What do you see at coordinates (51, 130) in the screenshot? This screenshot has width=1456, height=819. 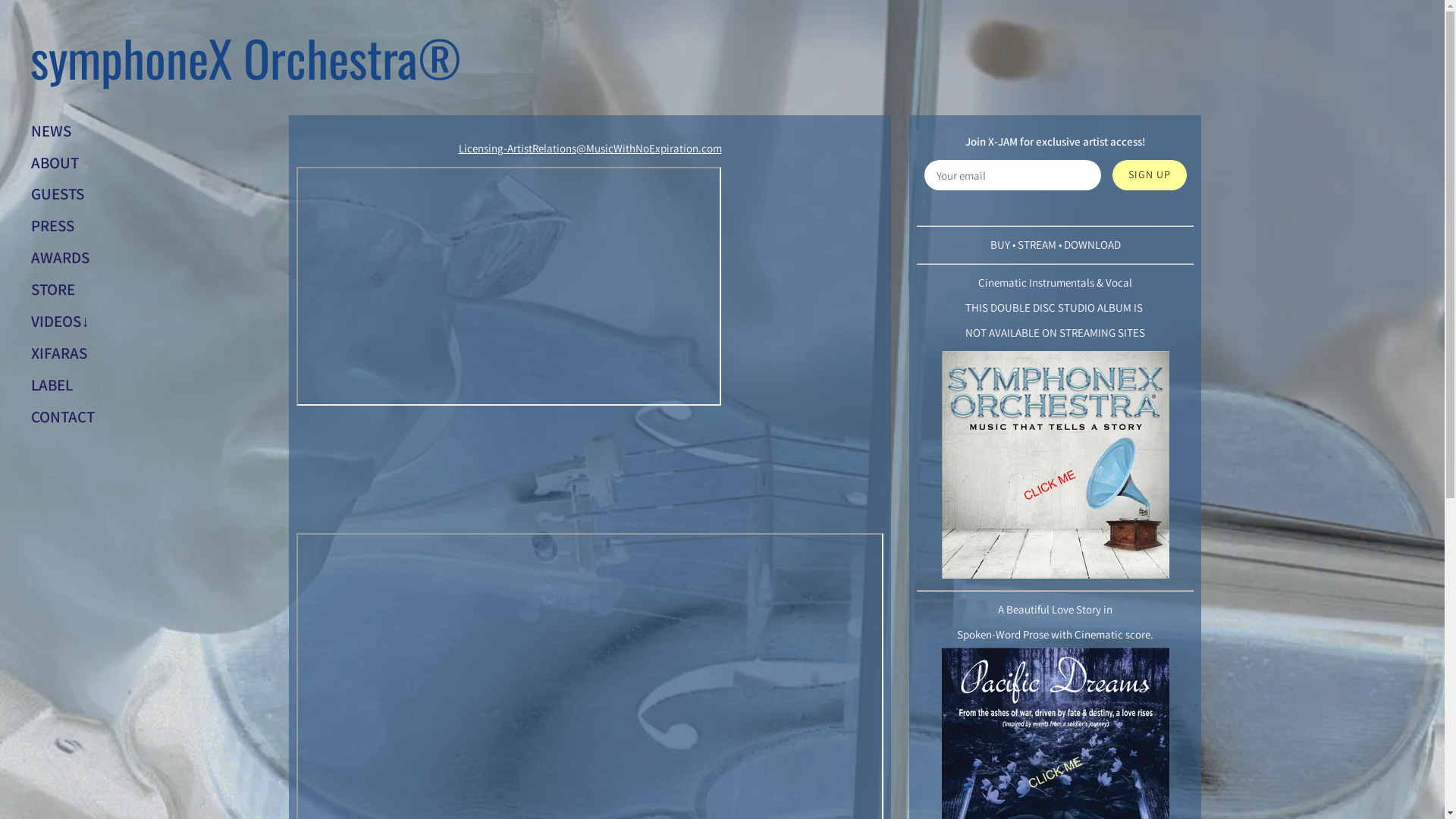 I see `'NEWS'` at bounding box center [51, 130].